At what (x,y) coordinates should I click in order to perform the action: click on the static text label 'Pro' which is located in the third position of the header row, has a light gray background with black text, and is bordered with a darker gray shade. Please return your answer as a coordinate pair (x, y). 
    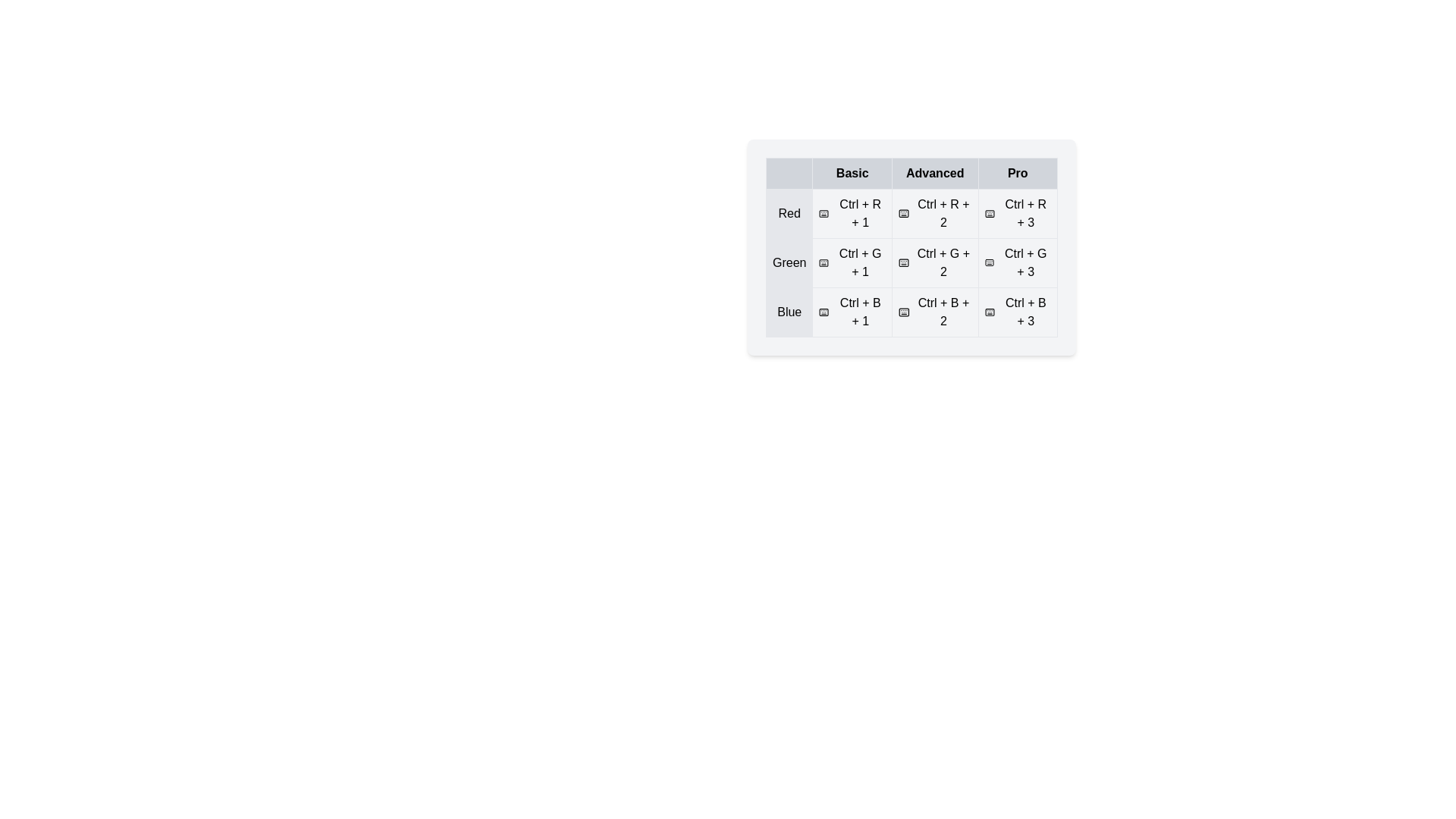
    Looking at the image, I should click on (1018, 172).